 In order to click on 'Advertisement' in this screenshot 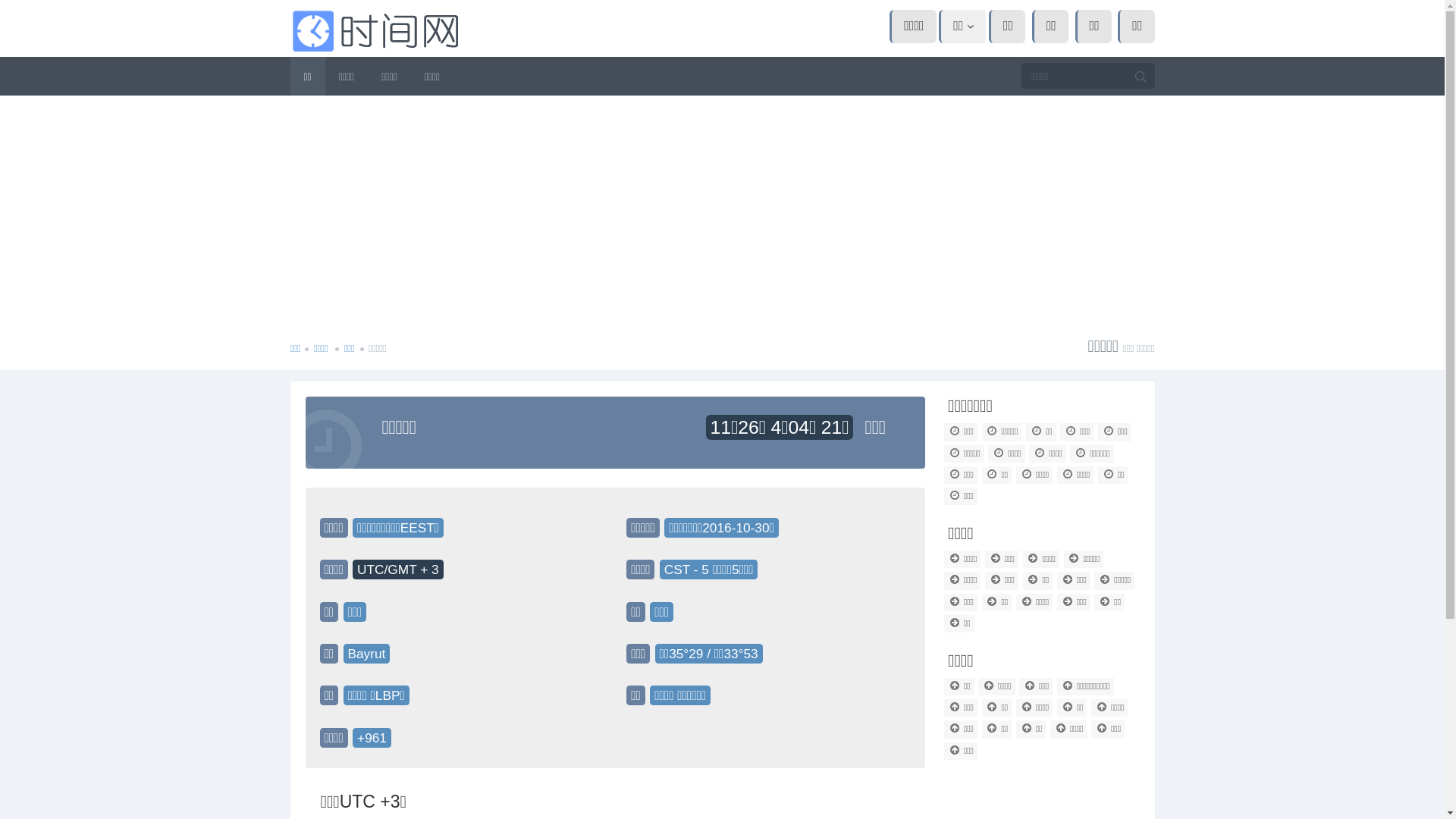, I will do `click(720, 209)`.